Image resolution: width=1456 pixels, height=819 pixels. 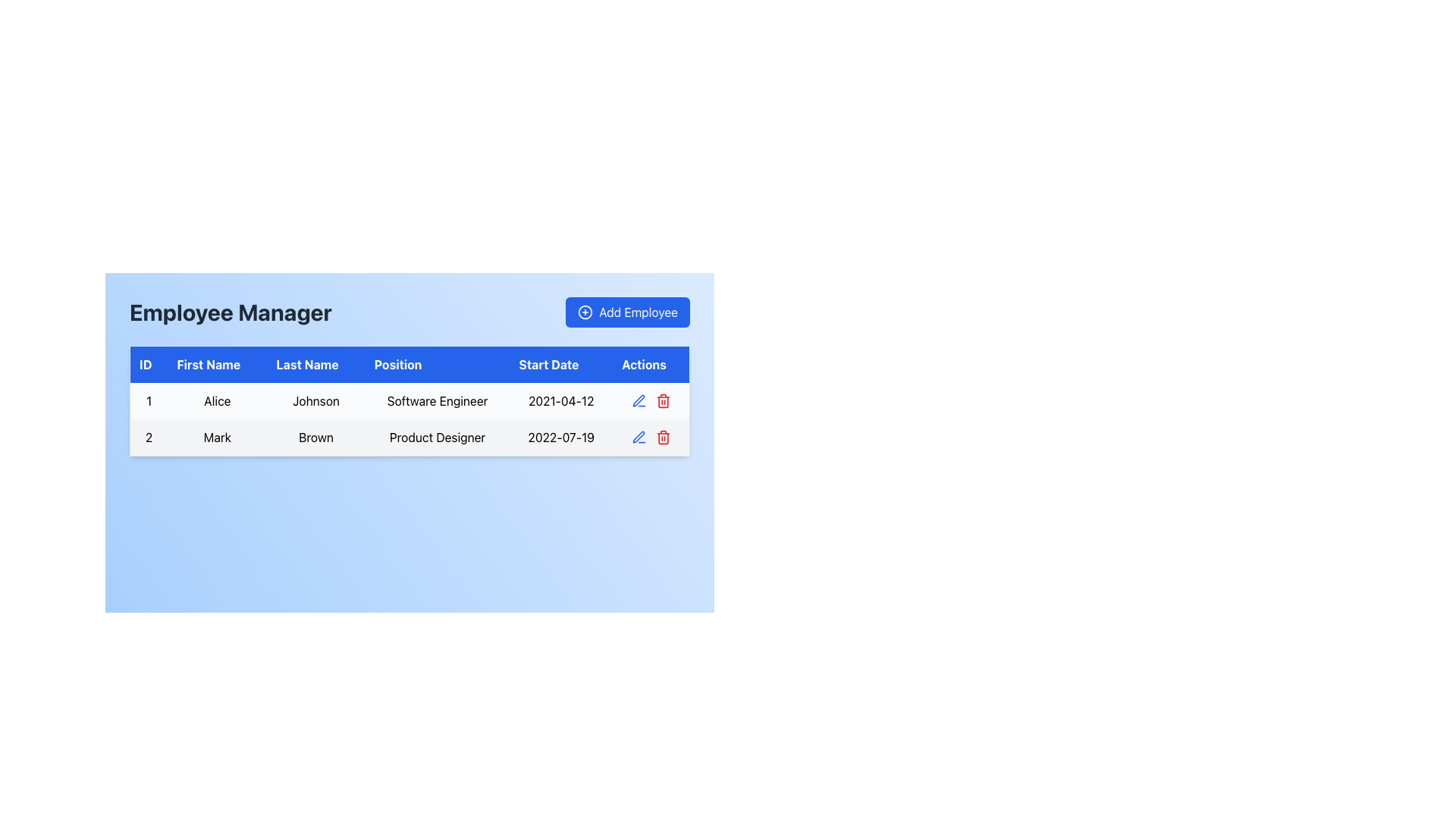 I want to click on on the text label displaying 'Johnson' under the 'Last Name' column in the employee table, so click(x=315, y=400).